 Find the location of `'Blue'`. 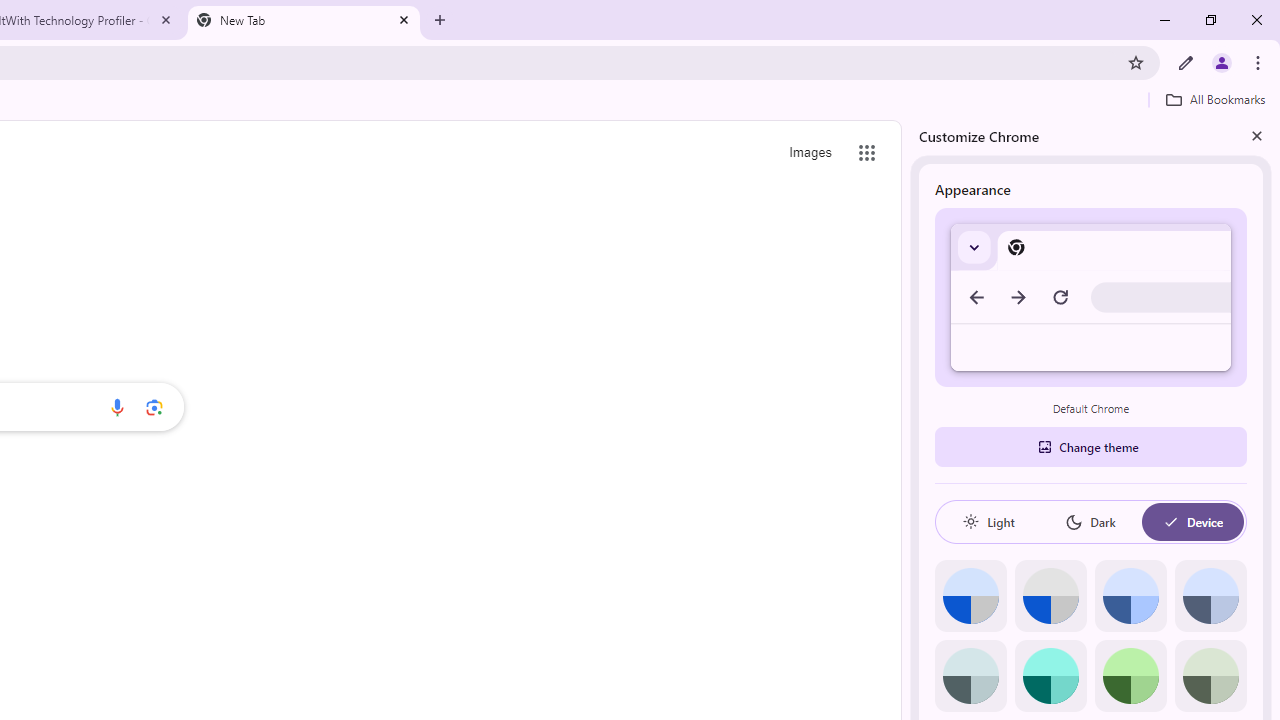

'Blue' is located at coordinates (1130, 595).